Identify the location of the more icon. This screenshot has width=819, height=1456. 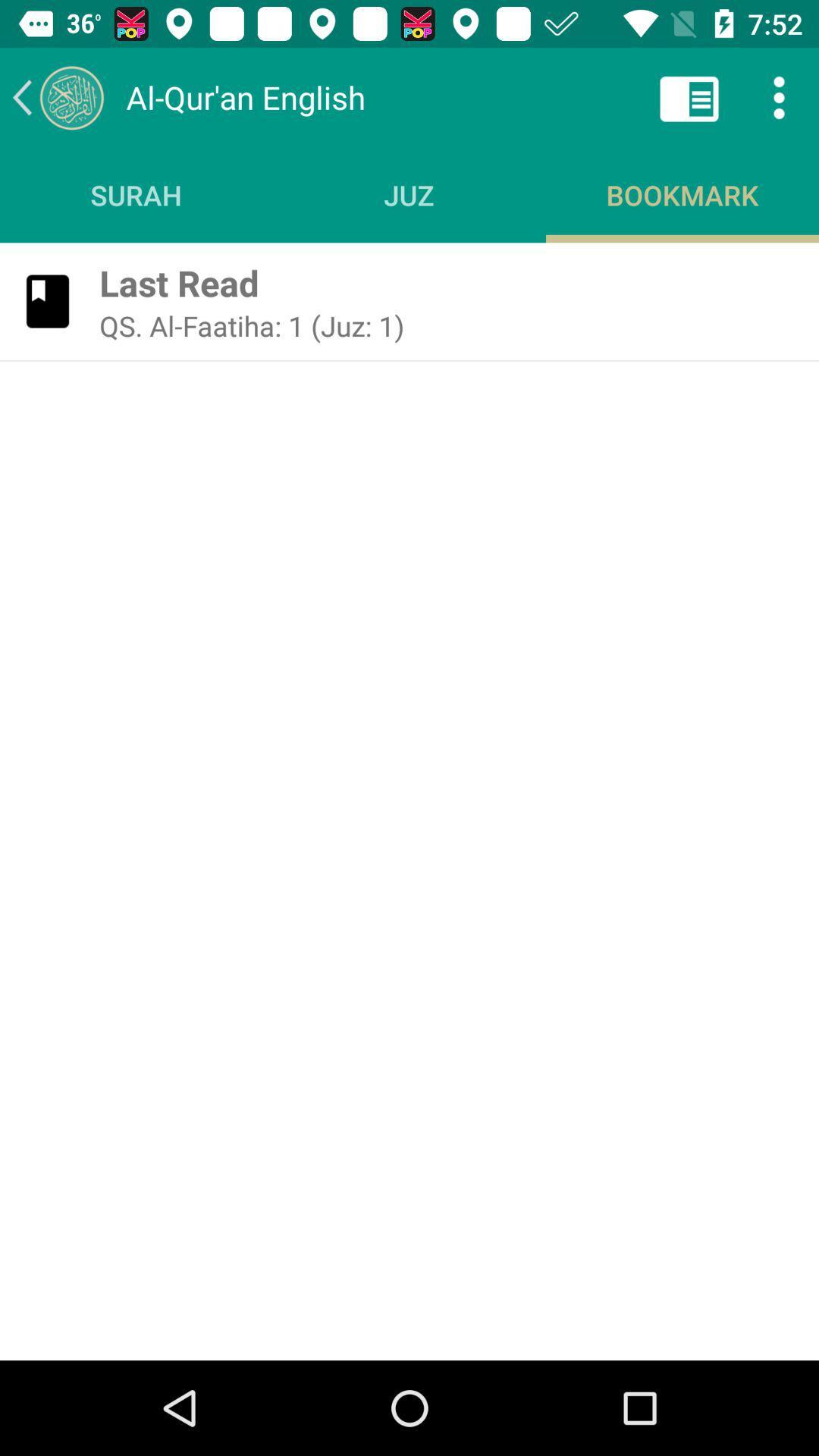
(779, 96).